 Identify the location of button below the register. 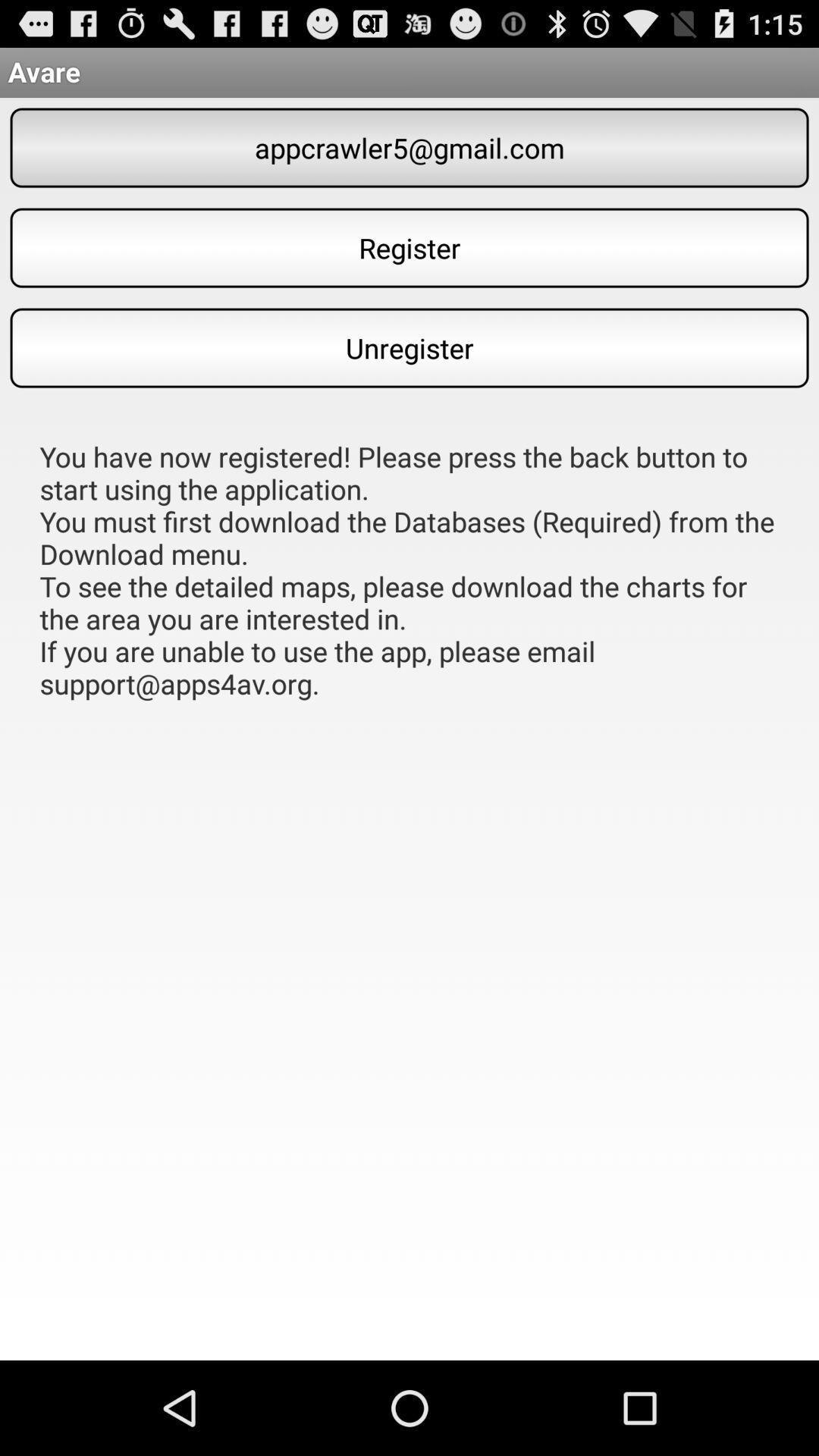
(409, 347).